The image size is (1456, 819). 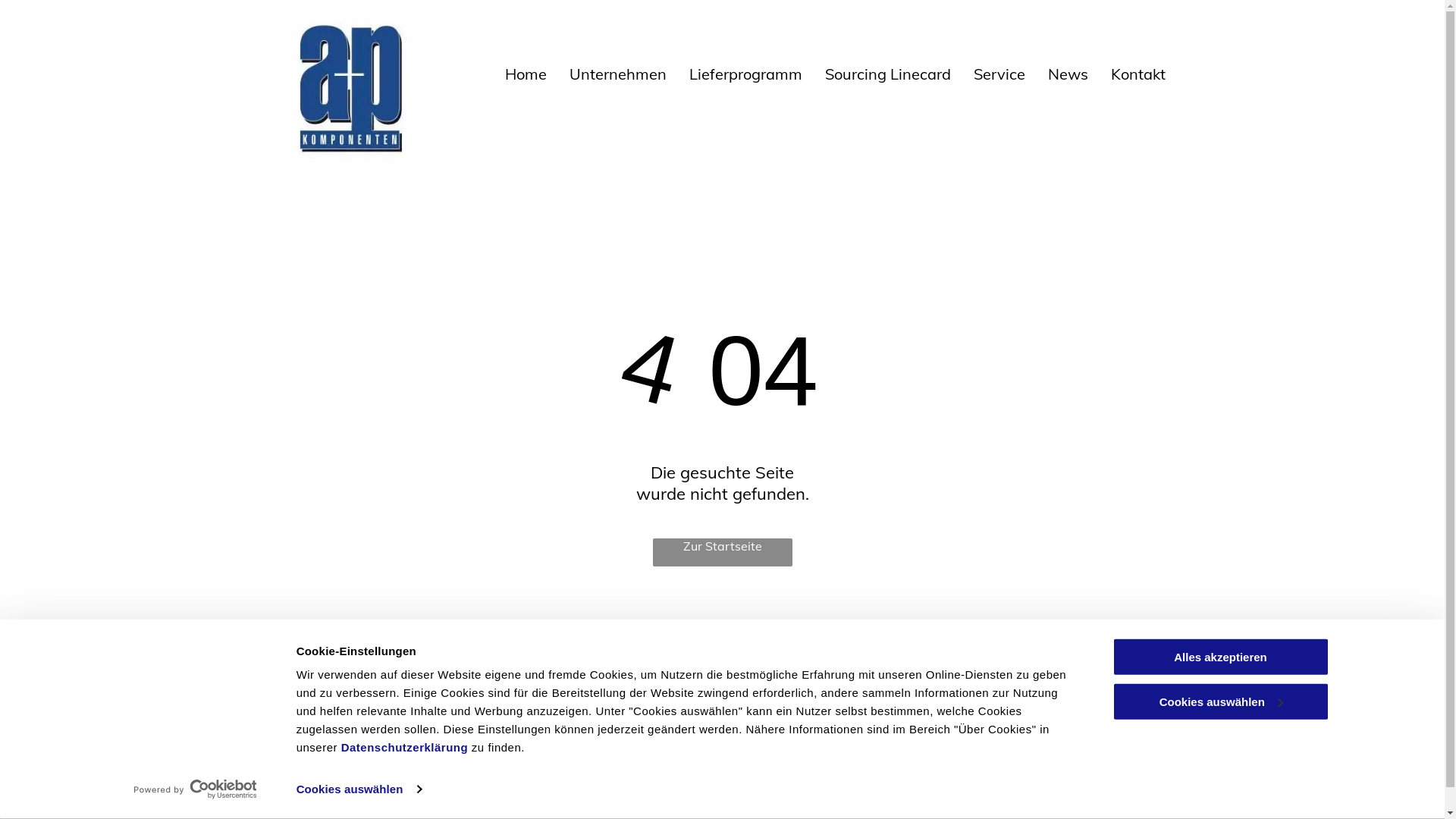 What do you see at coordinates (1111, 656) in the screenshot?
I see `'Alles akzeptieren'` at bounding box center [1111, 656].